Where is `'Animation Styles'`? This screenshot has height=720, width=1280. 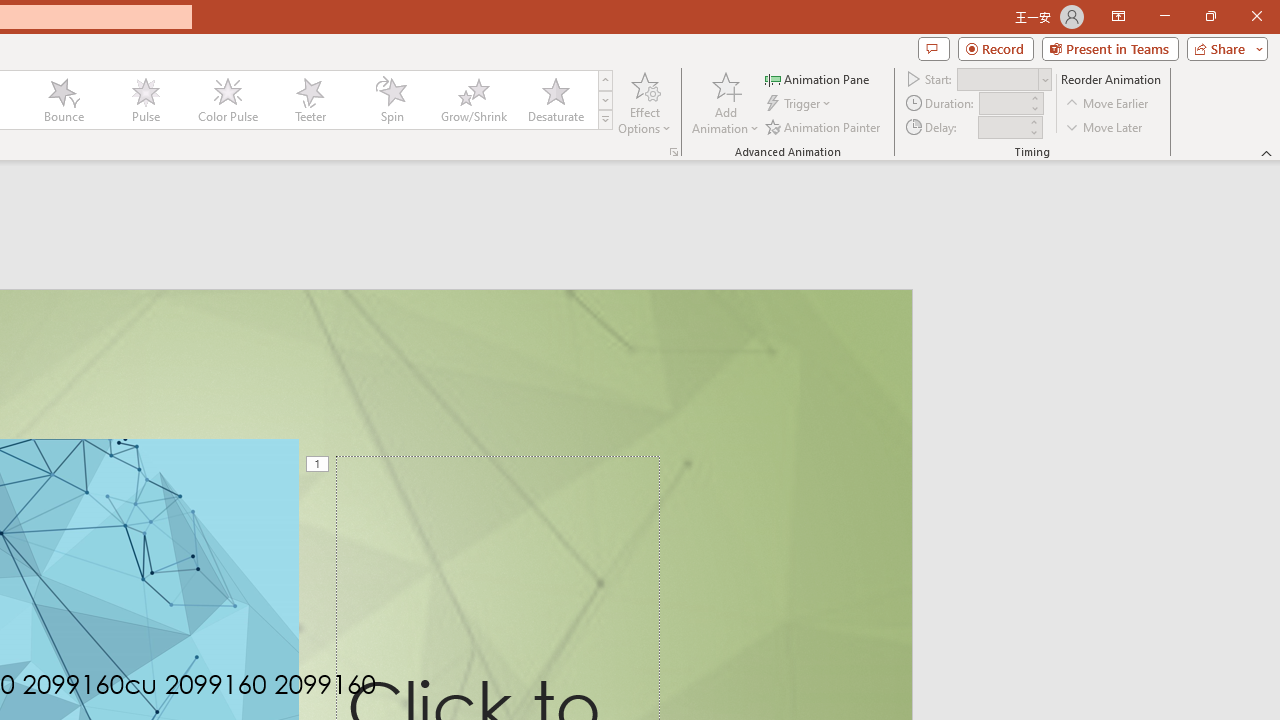 'Animation Styles' is located at coordinates (604, 120).